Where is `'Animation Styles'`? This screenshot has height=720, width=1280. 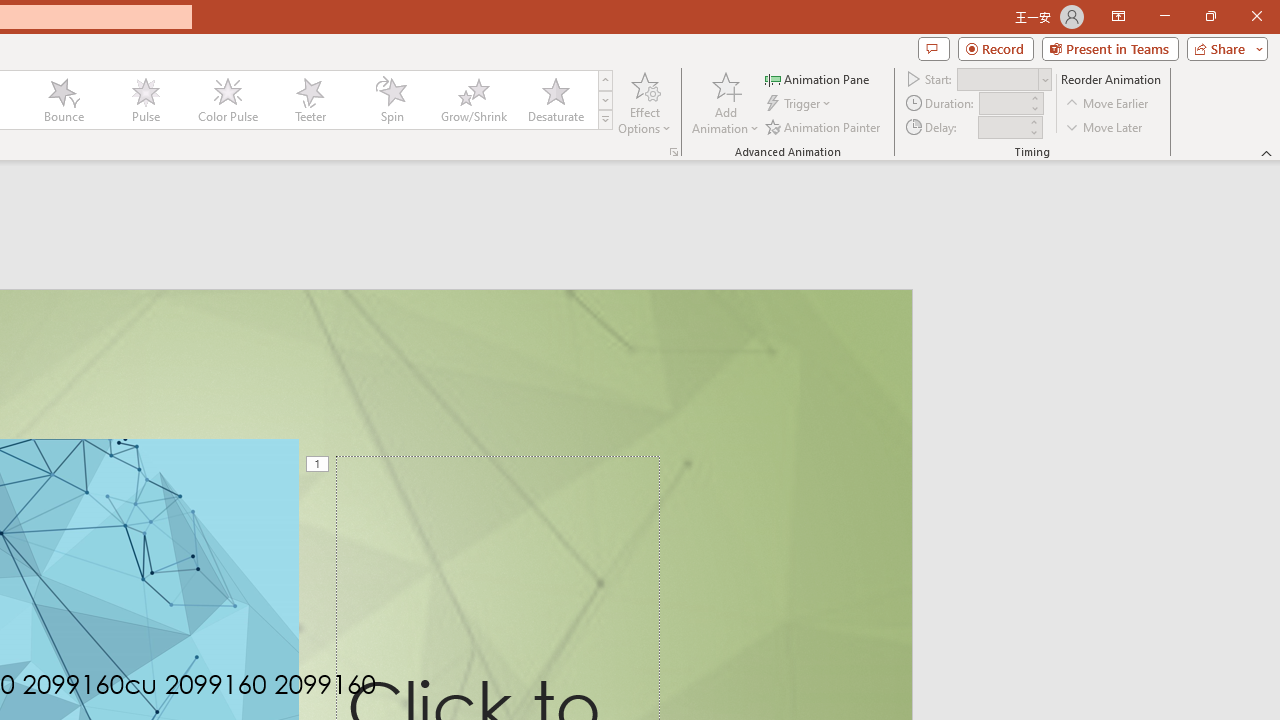 'Animation Styles' is located at coordinates (604, 120).